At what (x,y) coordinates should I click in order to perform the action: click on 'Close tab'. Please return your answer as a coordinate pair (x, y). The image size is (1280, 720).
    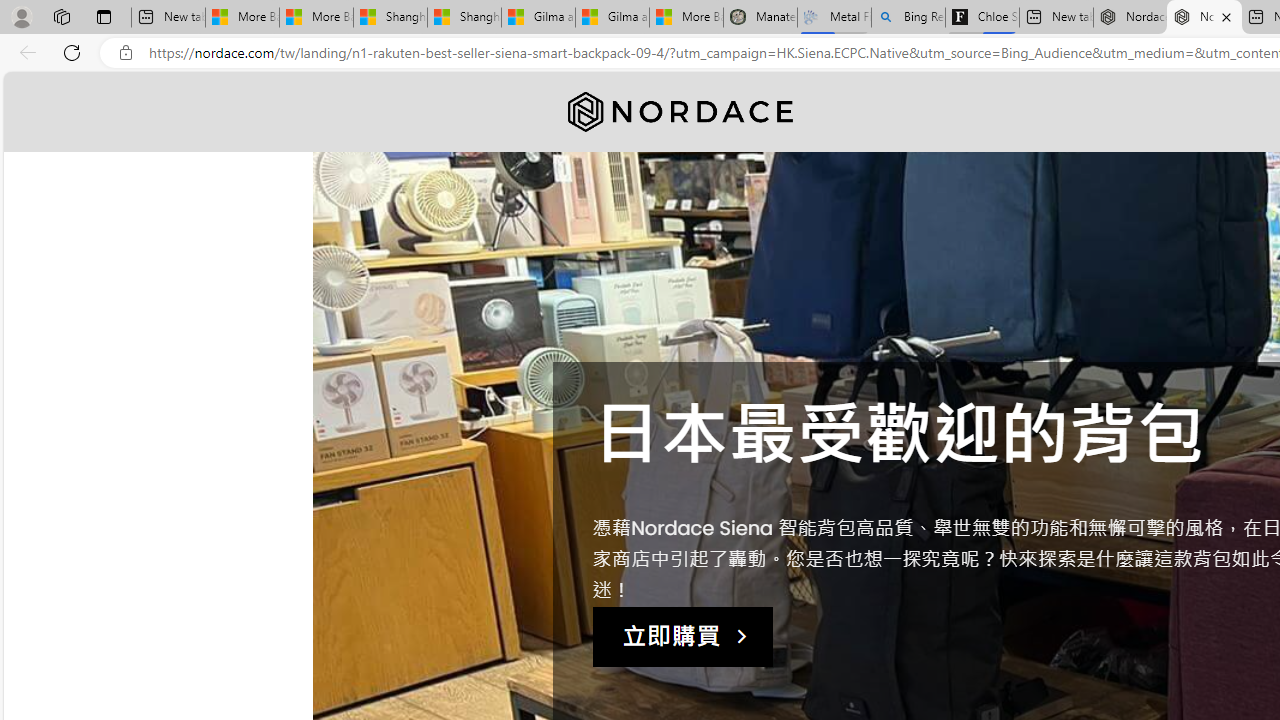
    Looking at the image, I should click on (1225, 17).